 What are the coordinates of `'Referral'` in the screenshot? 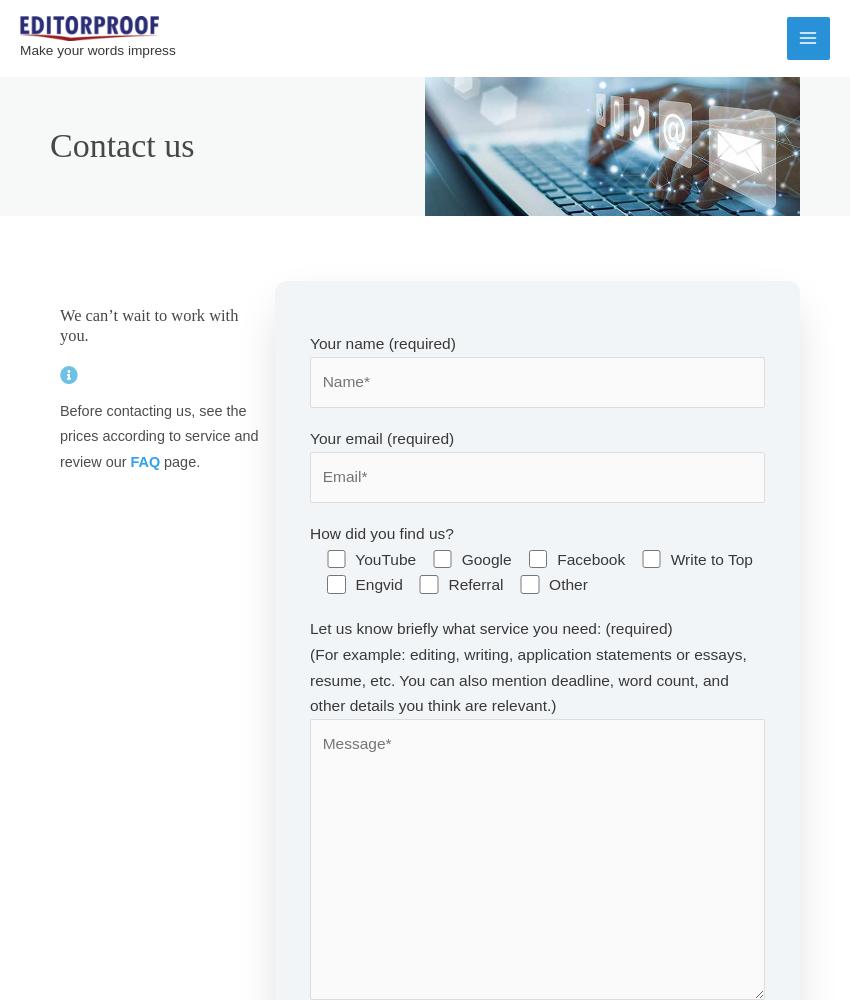 It's located at (475, 583).